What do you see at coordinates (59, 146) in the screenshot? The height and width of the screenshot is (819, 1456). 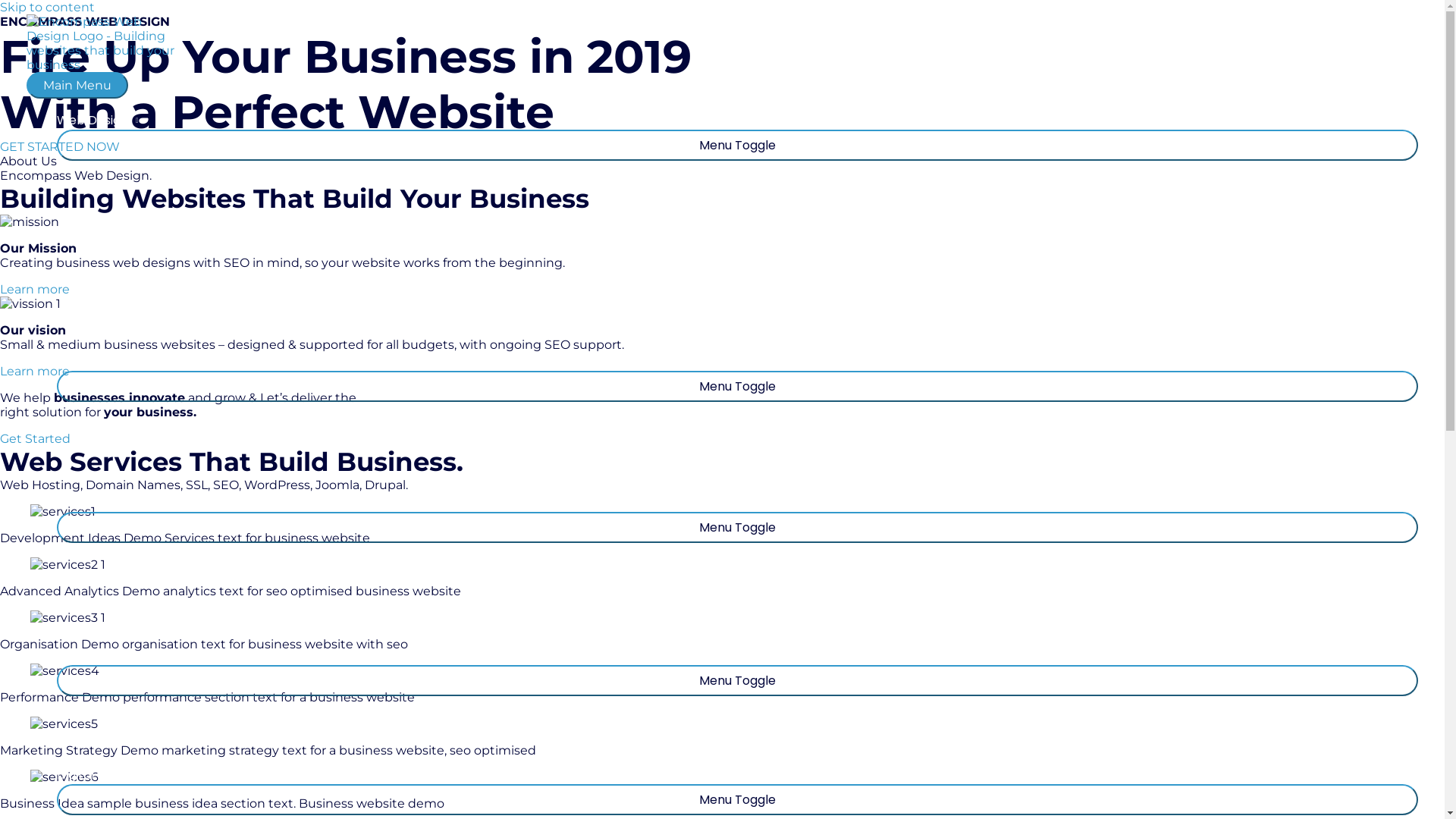 I see `'GET STARTED NOW'` at bounding box center [59, 146].